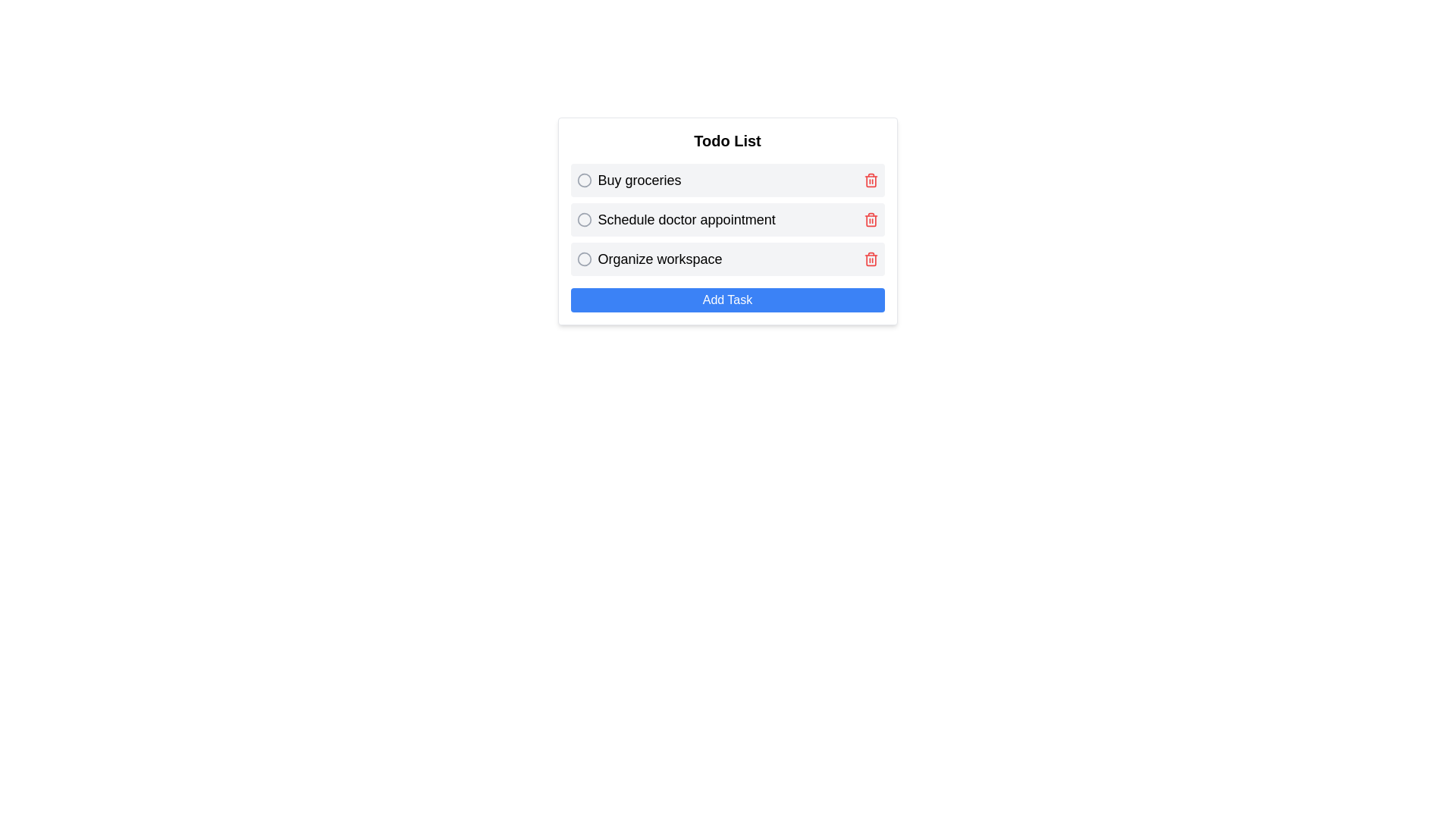 Image resolution: width=1456 pixels, height=819 pixels. I want to click on the delete icon button located in the last row of the list, adjacent to the text 'Organize workspace', so click(871, 259).